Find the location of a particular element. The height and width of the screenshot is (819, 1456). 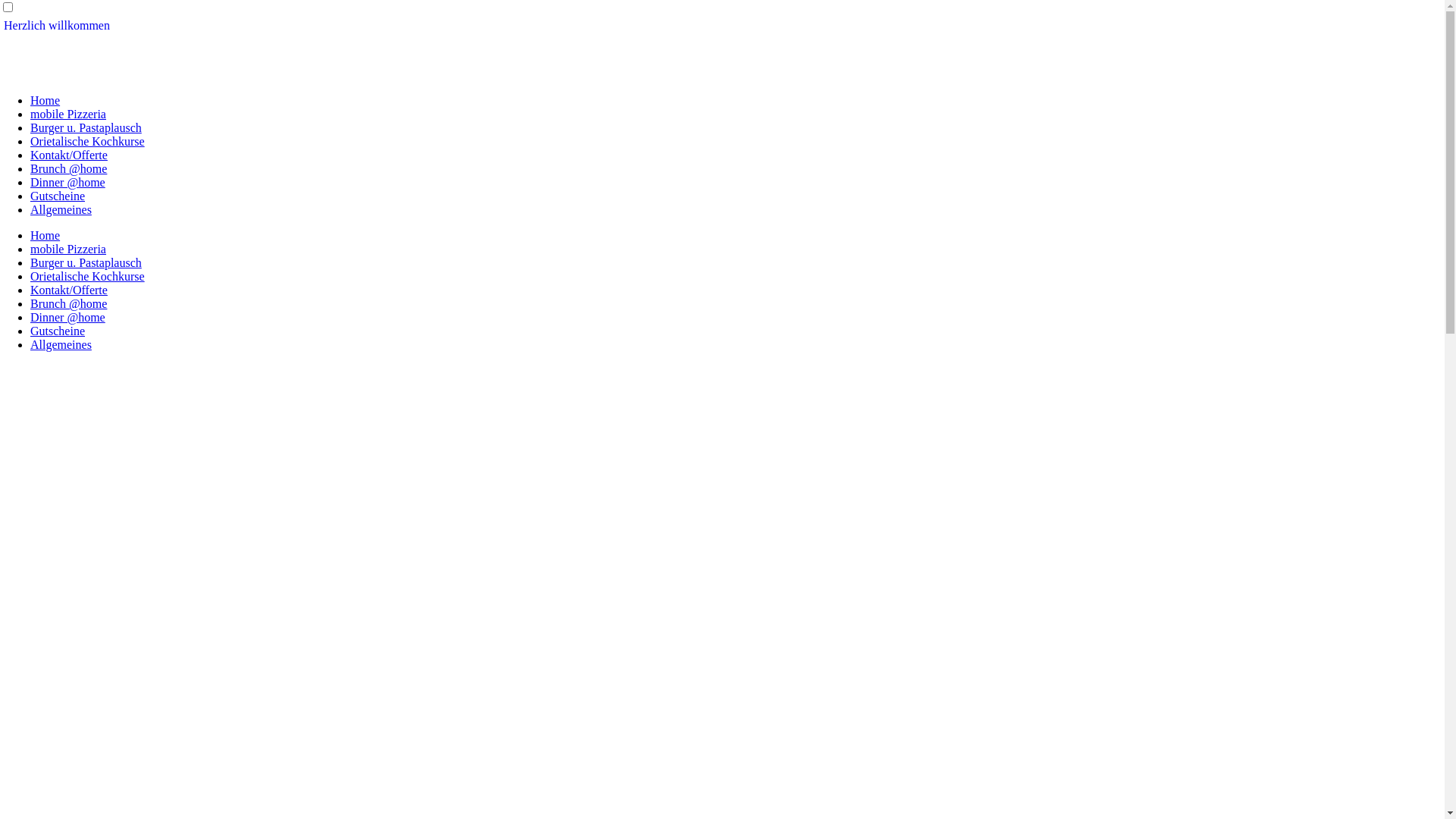

'Gutscheine' is located at coordinates (58, 330).